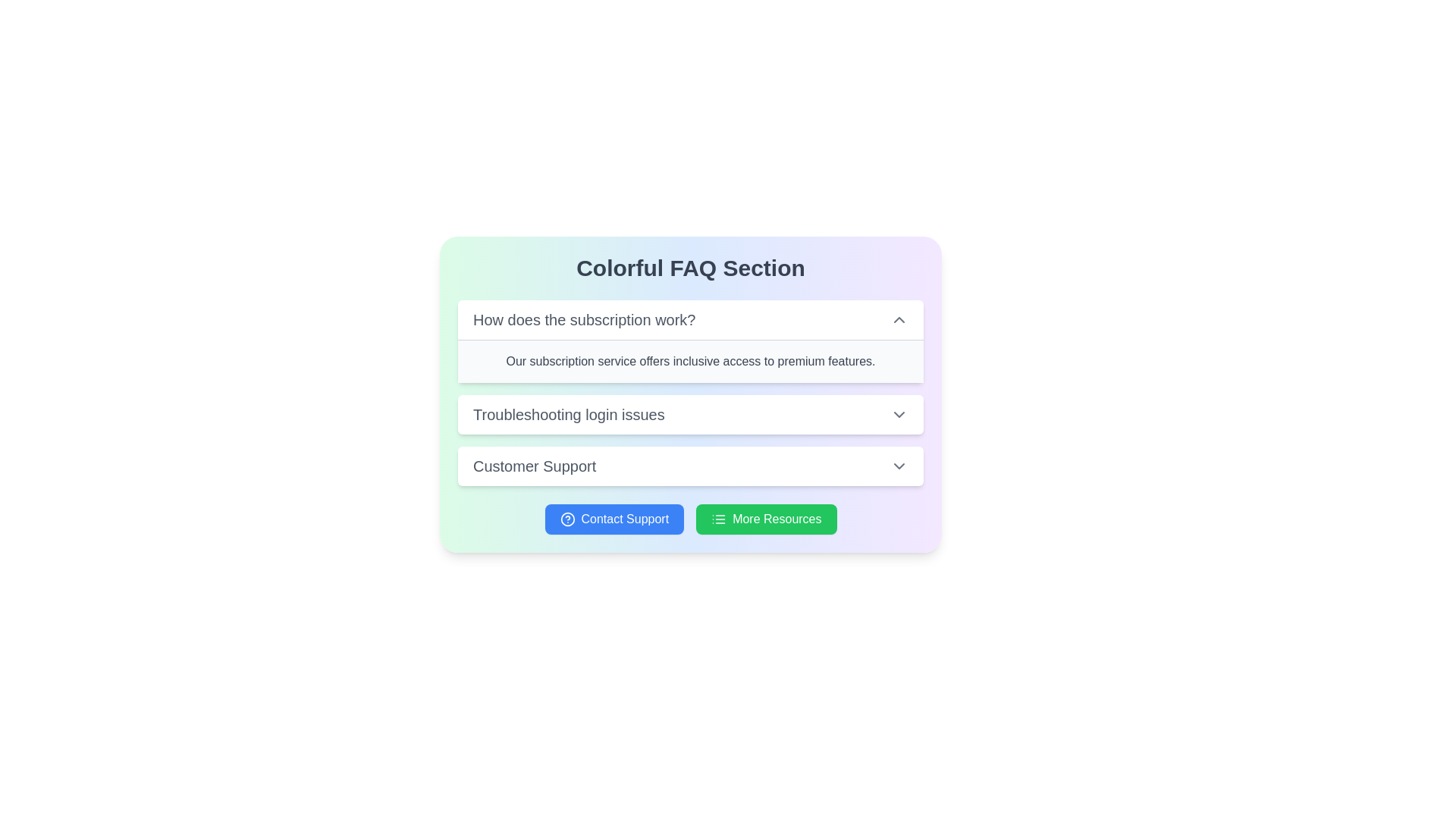 The width and height of the screenshot is (1456, 819). Describe the element at coordinates (899, 415) in the screenshot. I see `the chevron-down icon located at the rightmost section of the row containing the text 'Troubleshooting login issues'` at that location.